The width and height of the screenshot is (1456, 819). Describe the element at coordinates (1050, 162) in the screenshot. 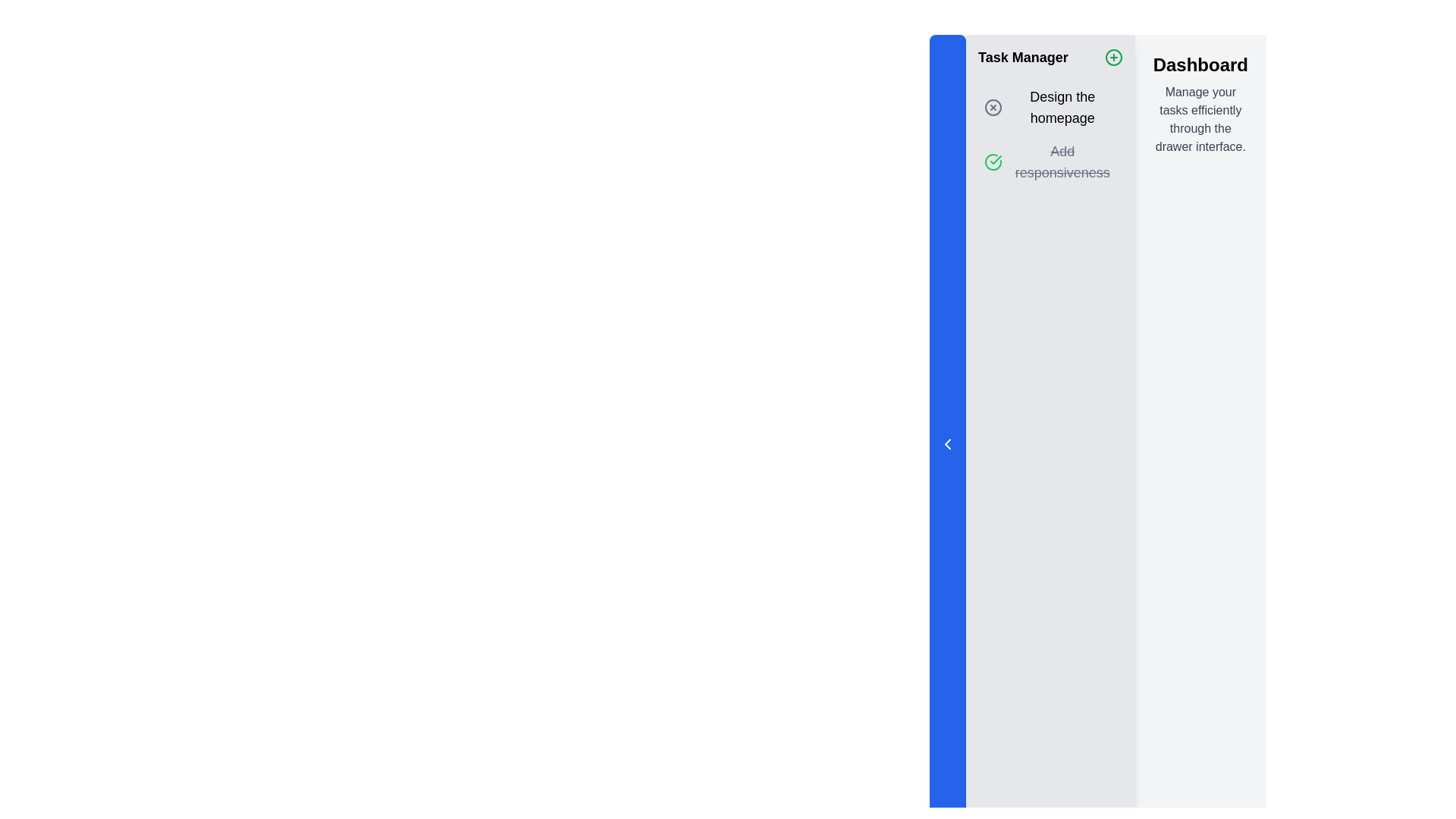

I see `the 'Add responsiveness' task entry in the Task Manager` at that location.